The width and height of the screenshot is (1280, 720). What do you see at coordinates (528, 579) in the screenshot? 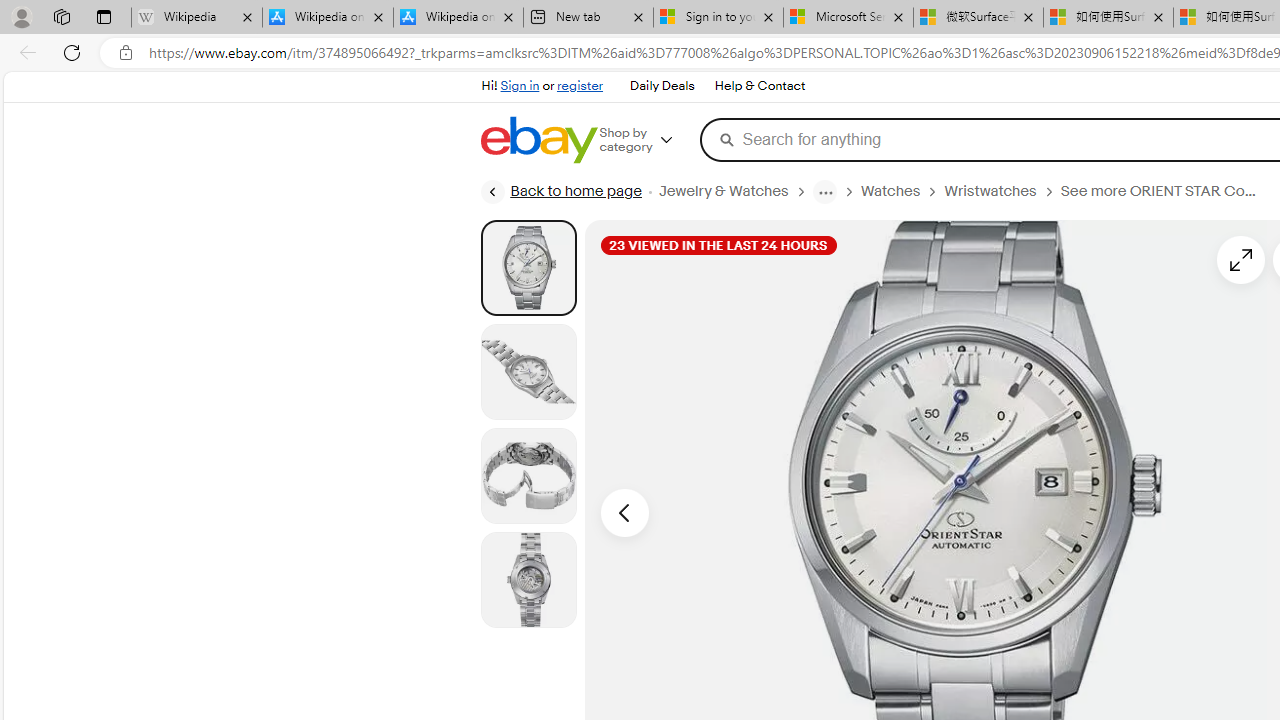
I see `'Picture 4 of 4'` at bounding box center [528, 579].